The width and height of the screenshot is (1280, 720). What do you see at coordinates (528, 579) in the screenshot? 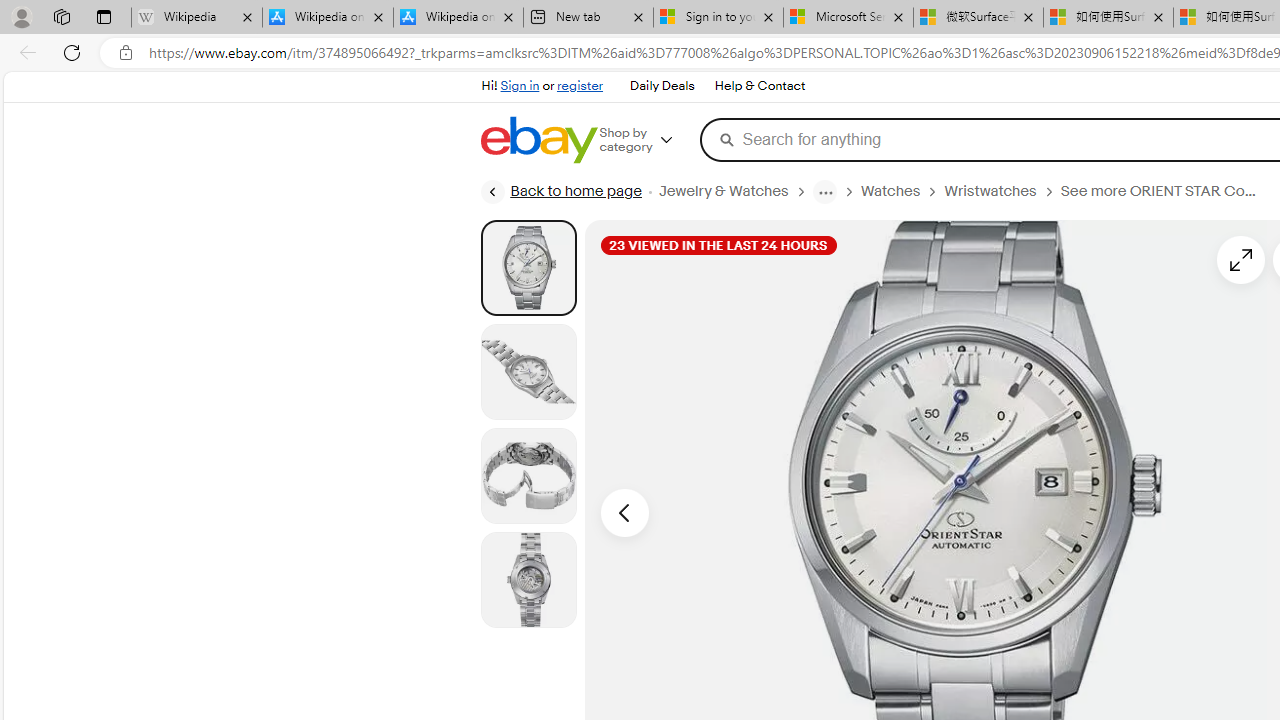
I see `'Picture 4 of 4'` at bounding box center [528, 579].